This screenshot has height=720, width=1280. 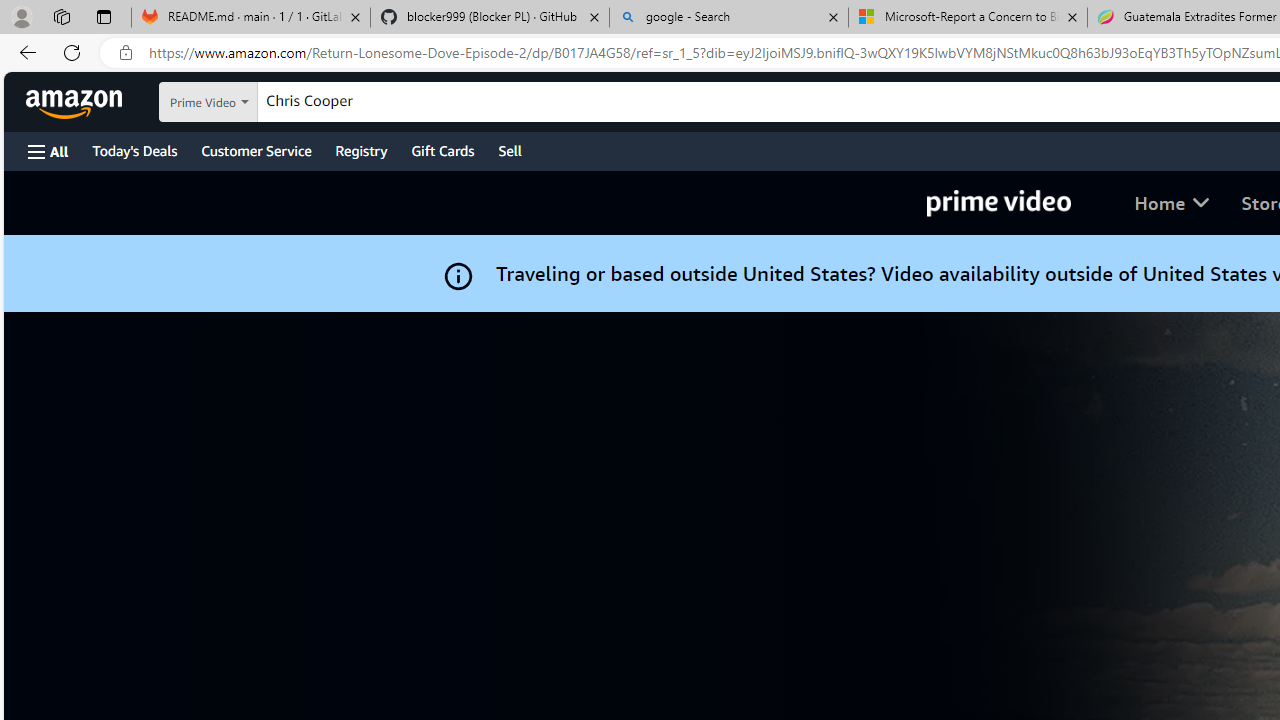 I want to click on 'Amazon', so click(x=76, y=101).